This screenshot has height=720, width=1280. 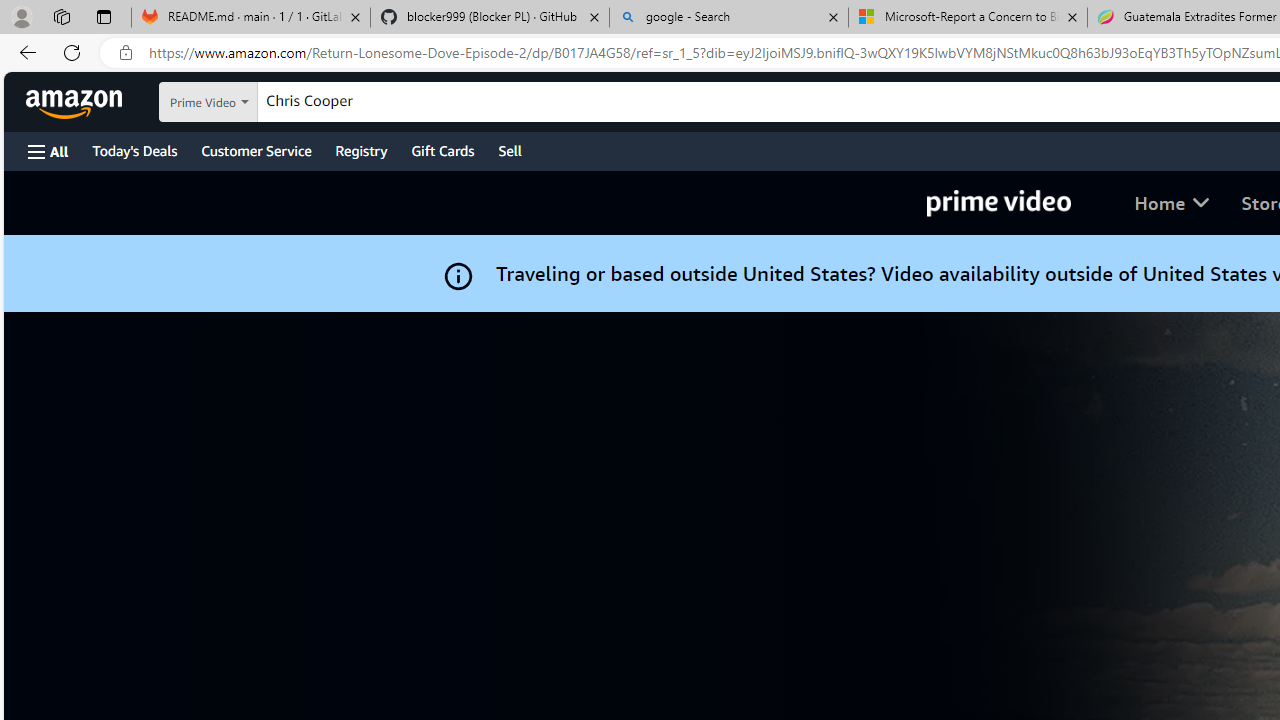 I want to click on 'Amazon', so click(x=76, y=101).